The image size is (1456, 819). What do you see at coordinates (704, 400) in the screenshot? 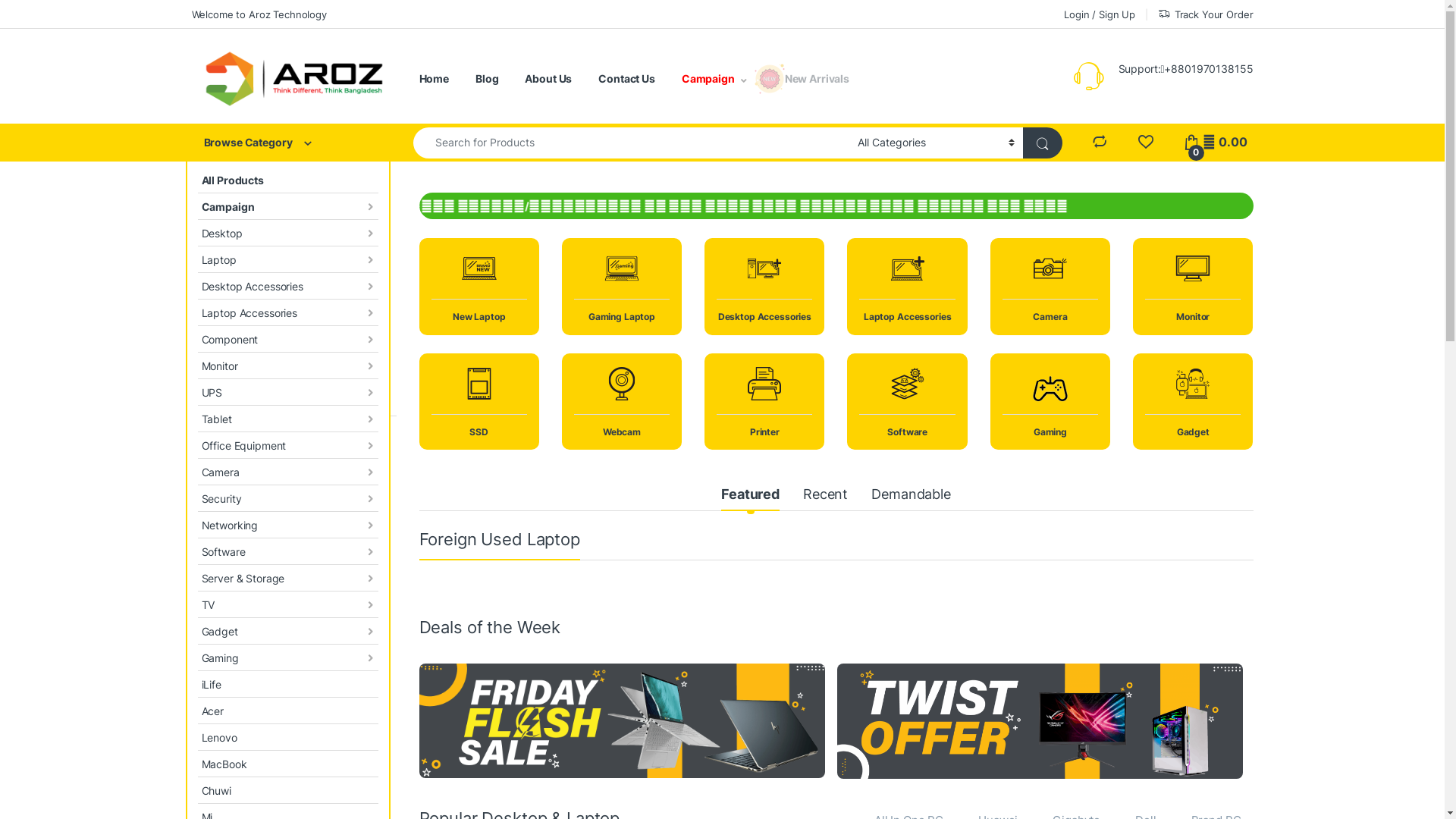
I see `'Printer'` at bounding box center [704, 400].